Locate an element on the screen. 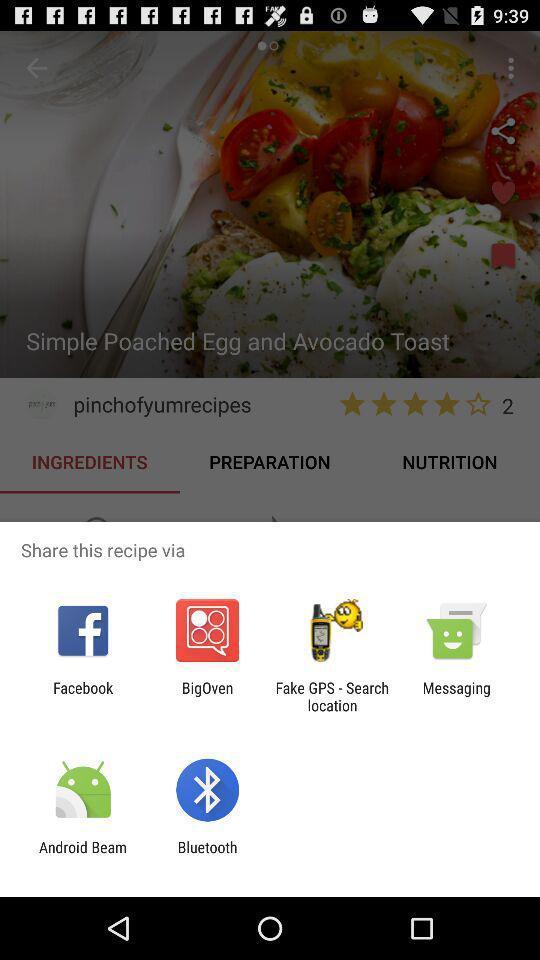 This screenshot has width=540, height=960. the fake gps search is located at coordinates (332, 696).